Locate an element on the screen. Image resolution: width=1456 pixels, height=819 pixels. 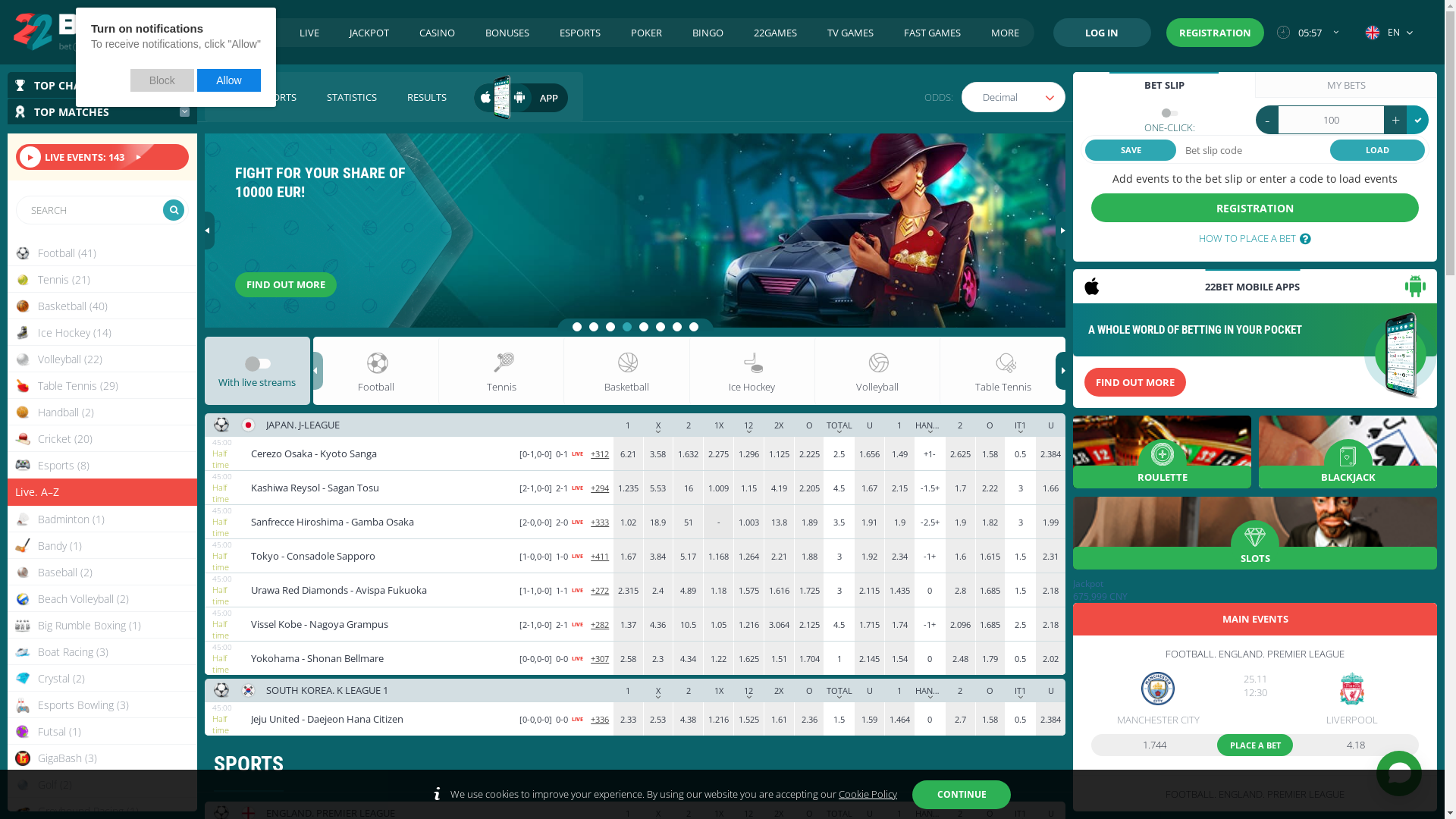
'LIVE EVENTS: 143' is located at coordinates (15, 157).